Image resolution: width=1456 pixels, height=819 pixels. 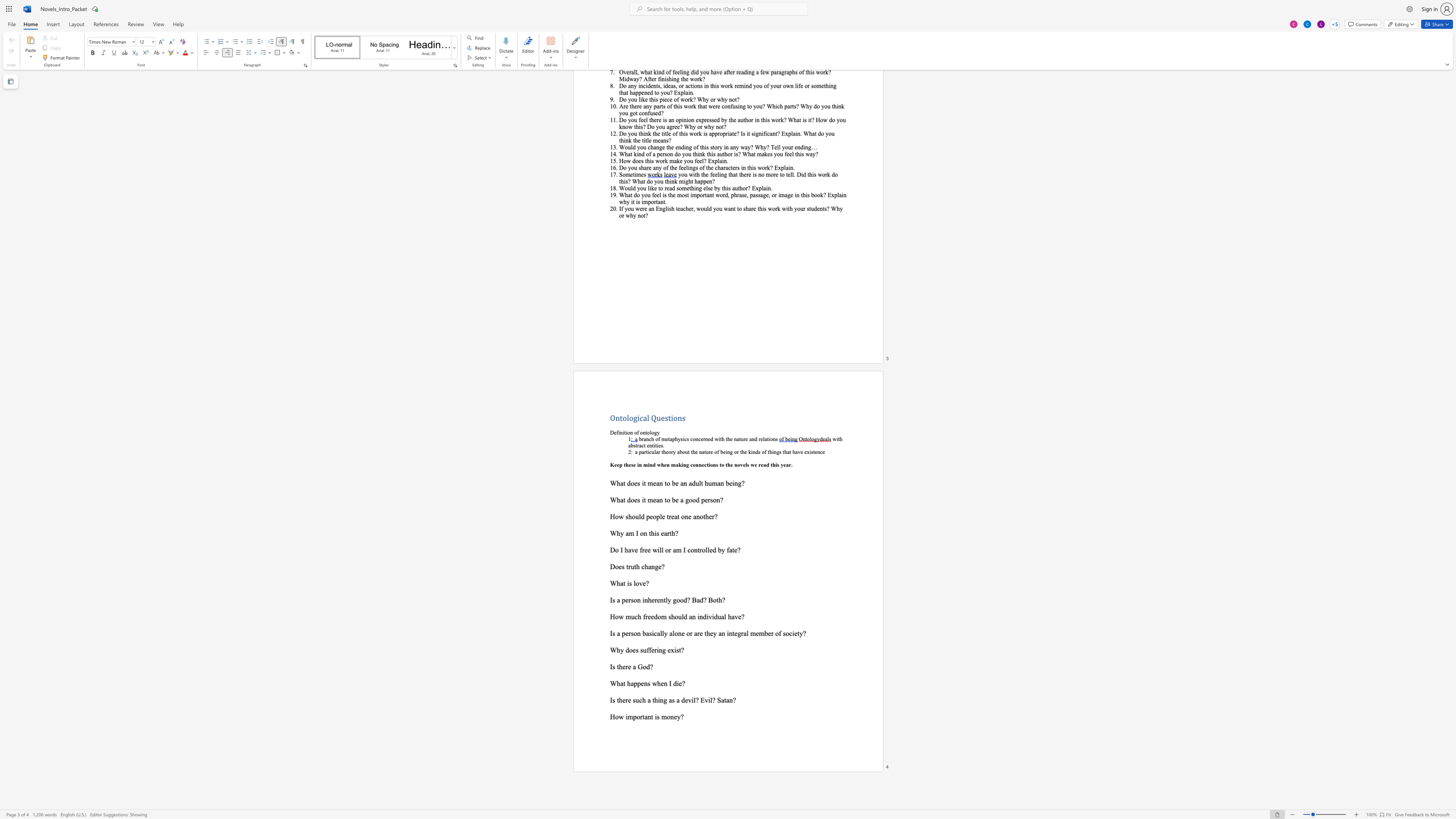 I want to click on the 2th character "s" in the text, so click(x=634, y=700).